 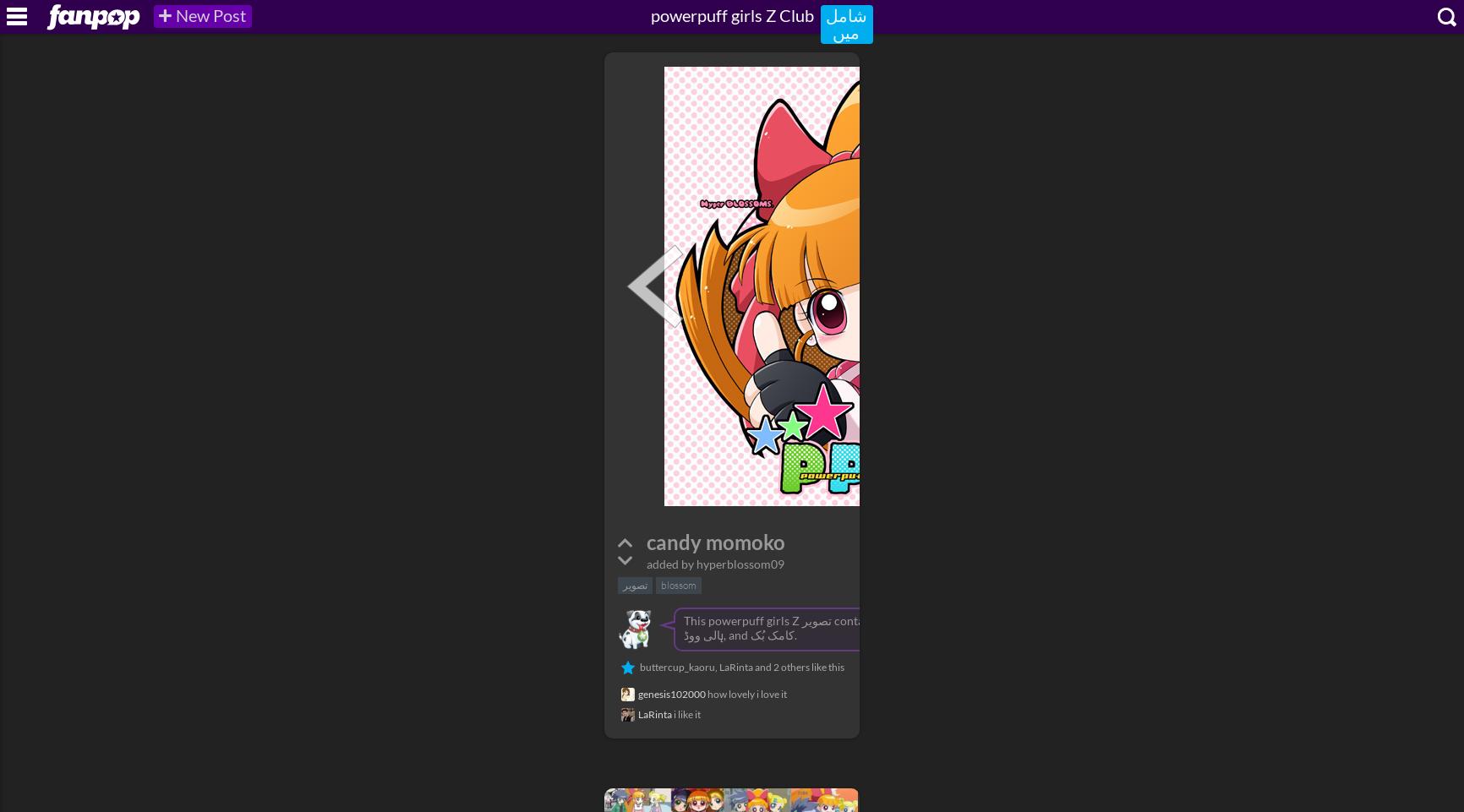 I want to click on 'Explore Fanpop', so click(x=79, y=7).